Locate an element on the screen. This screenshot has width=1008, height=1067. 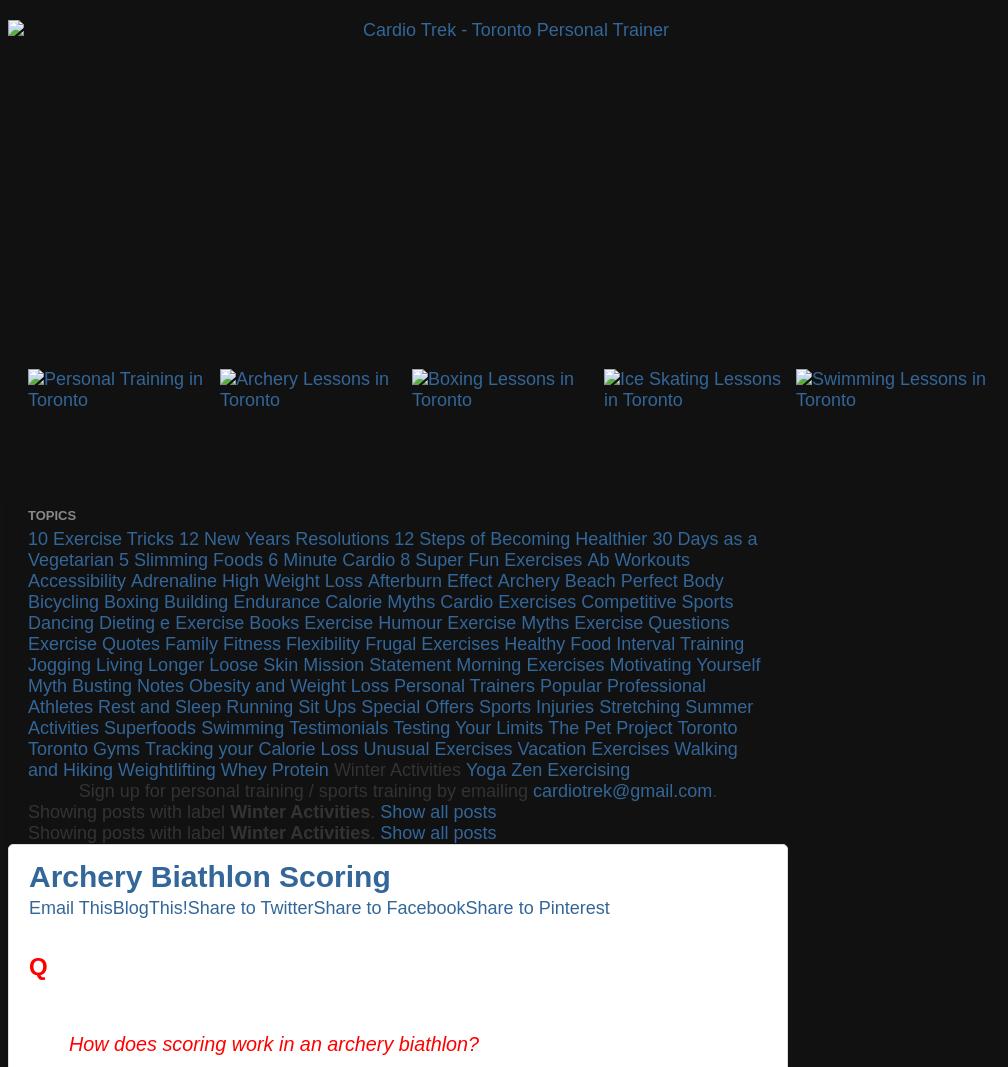
'Whey Protein' is located at coordinates (220, 768).